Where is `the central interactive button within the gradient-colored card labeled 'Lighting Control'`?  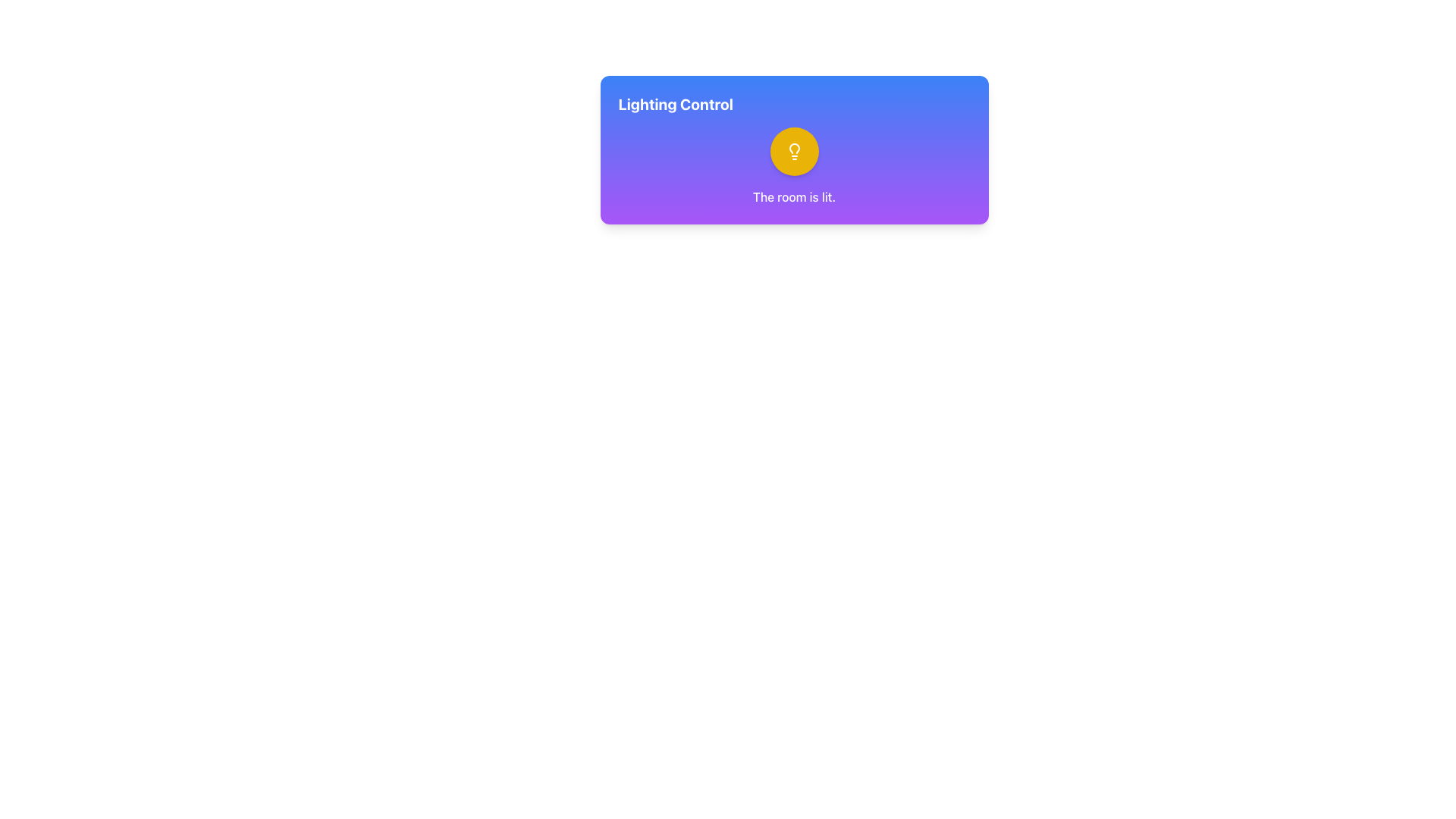
the central interactive button within the gradient-colored card labeled 'Lighting Control' is located at coordinates (793, 152).